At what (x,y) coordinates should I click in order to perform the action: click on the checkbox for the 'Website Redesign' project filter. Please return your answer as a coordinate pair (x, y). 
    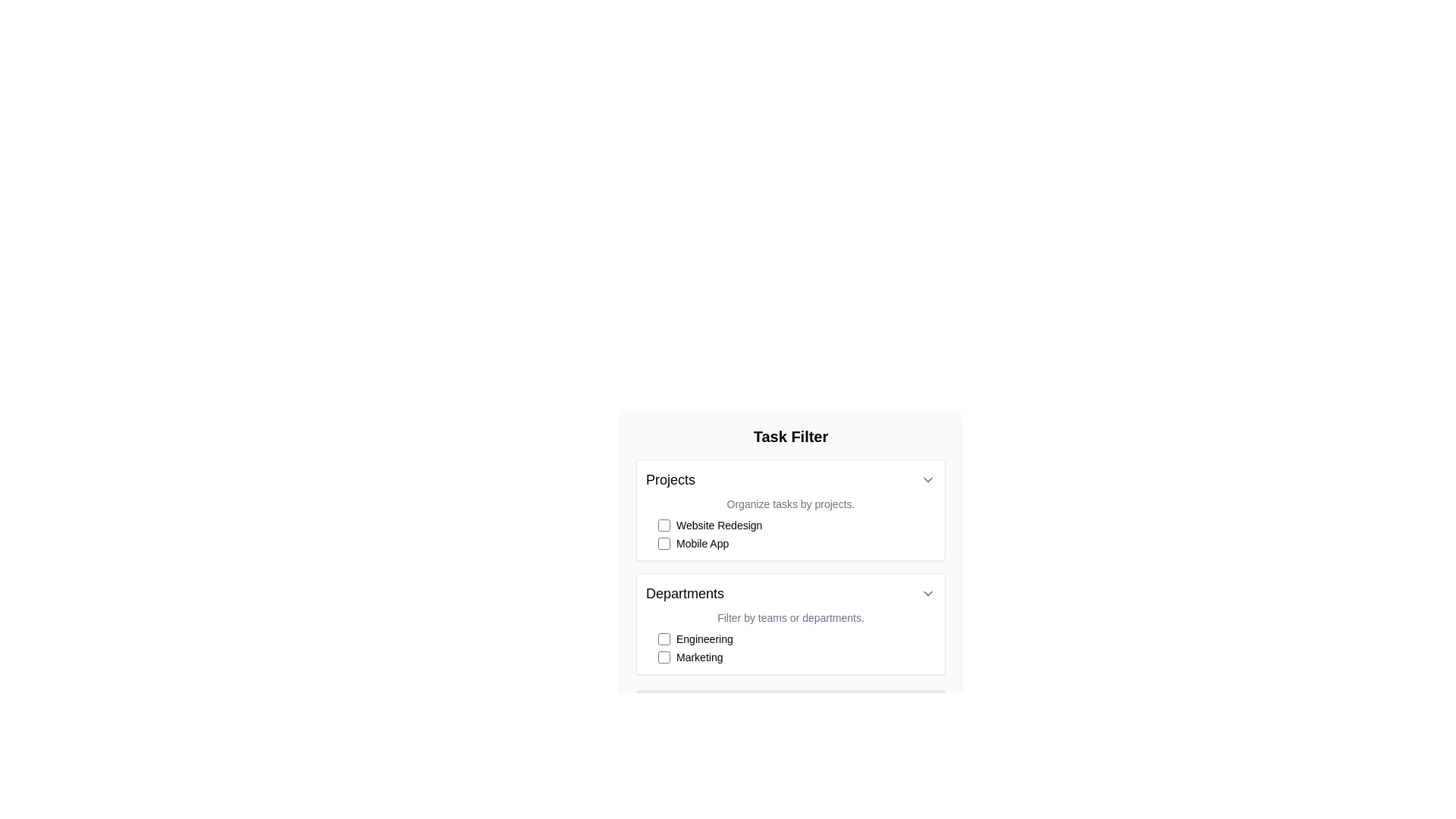
    Looking at the image, I should click on (664, 525).